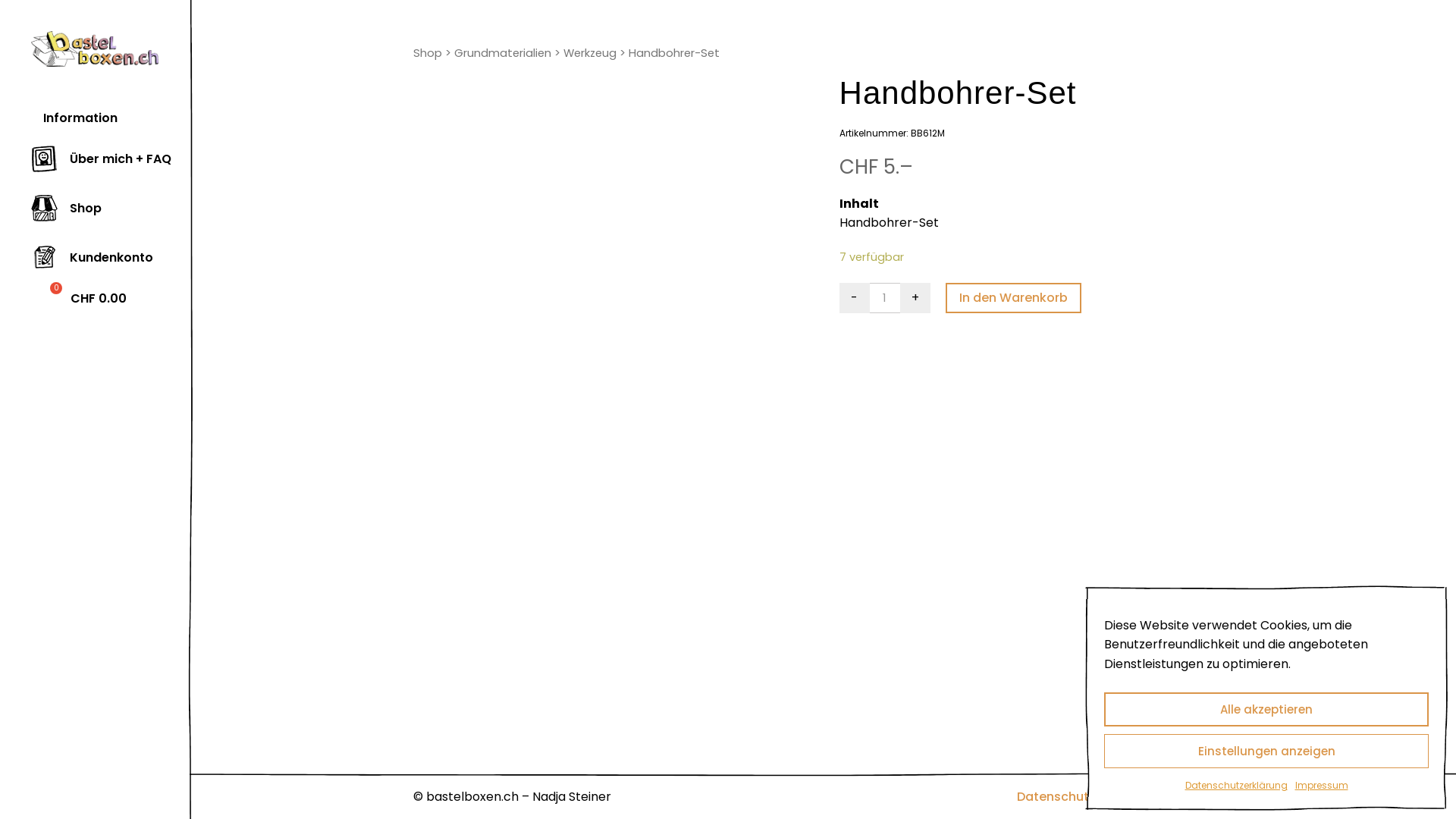 This screenshot has width=1456, height=819. What do you see at coordinates (1266, 709) in the screenshot?
I see `'Alle akzeptieren'` at bounding box center [1266, 709].